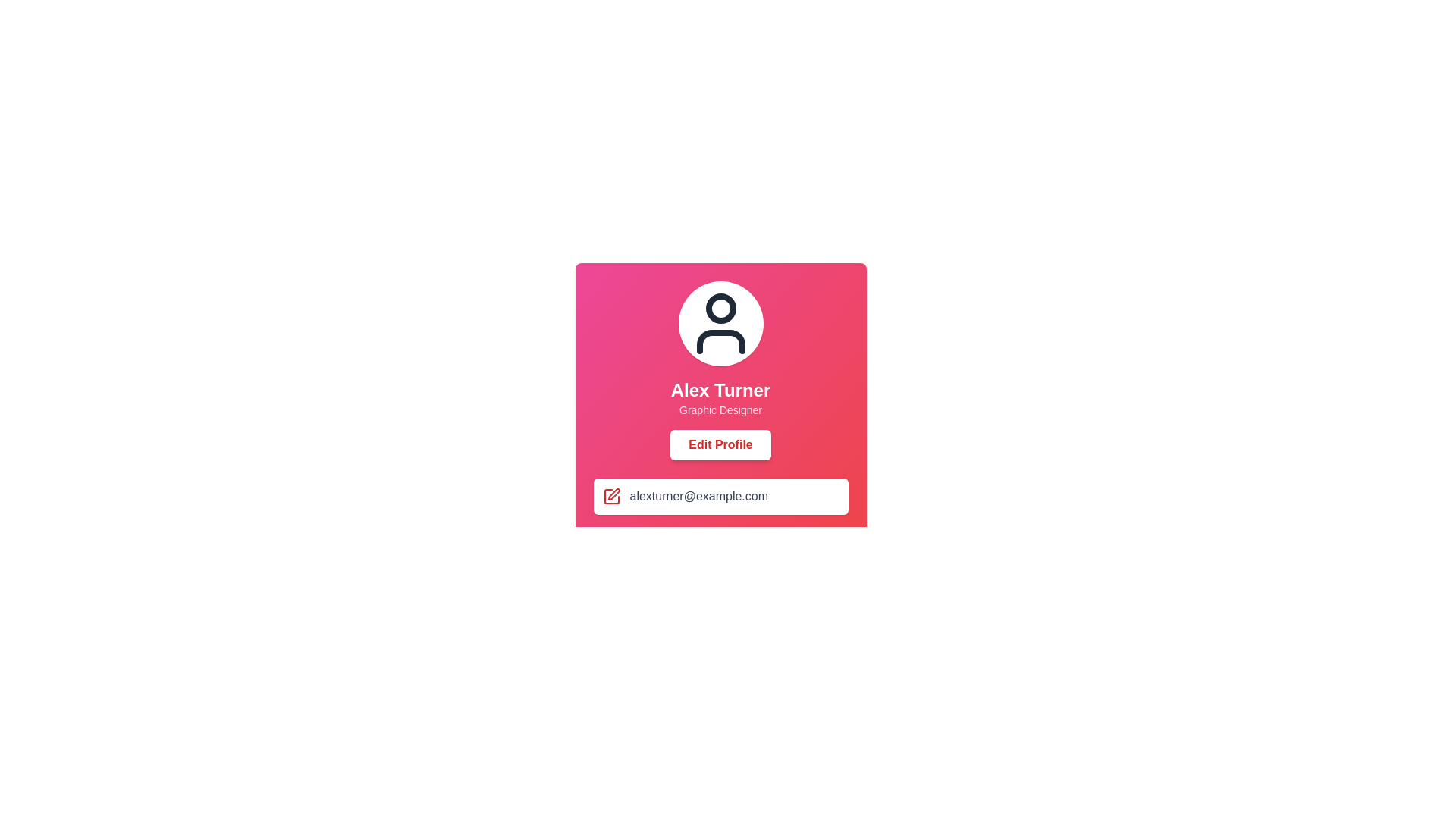 The height and width of the screenshot is (819, 1456). I want to click on the edit icon located within the square icon to the left of the email address text field, so click(613, 494).